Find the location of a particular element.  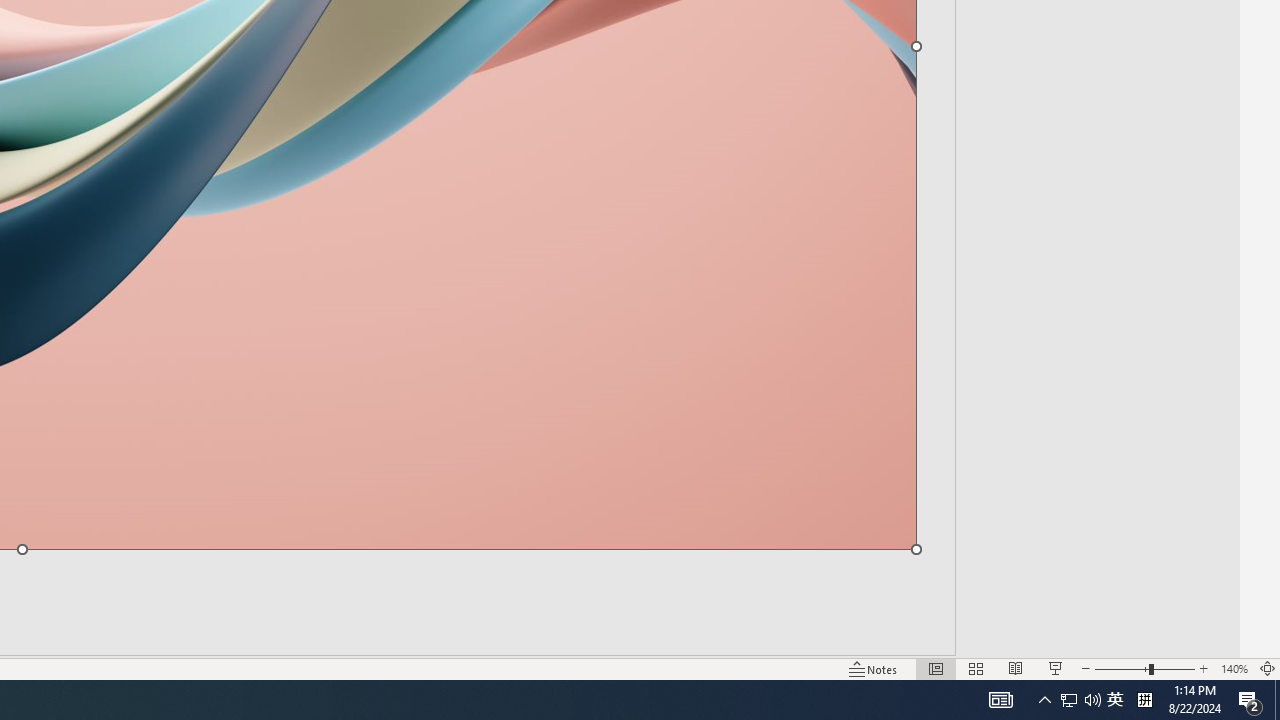

'Zoom In' is located at coordinates (1203, 669).